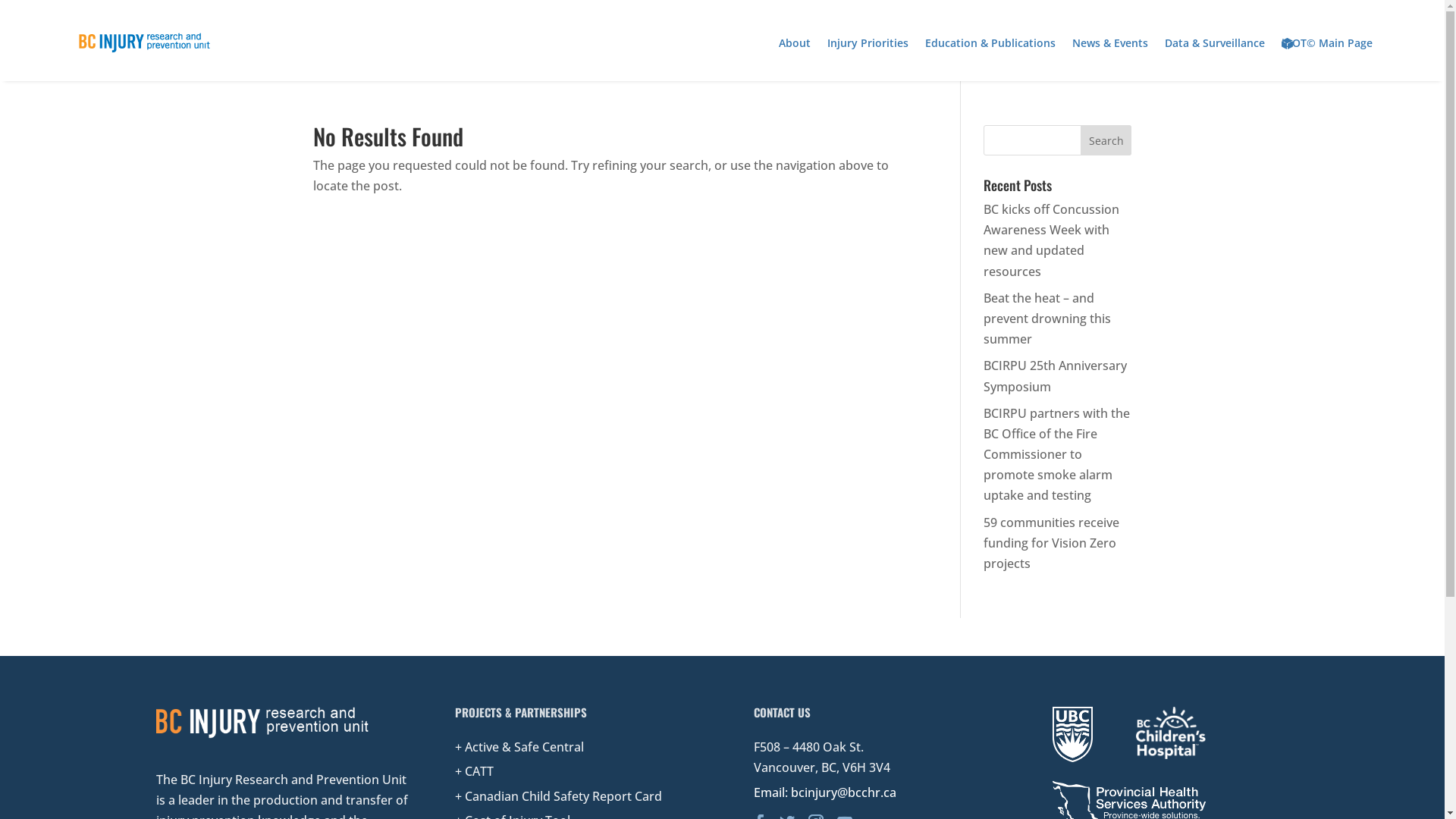  Describe the element at coordinates (824, 792) in the screenshot. I see `'Email: bcinjury@bcchr.ca'` at that location.